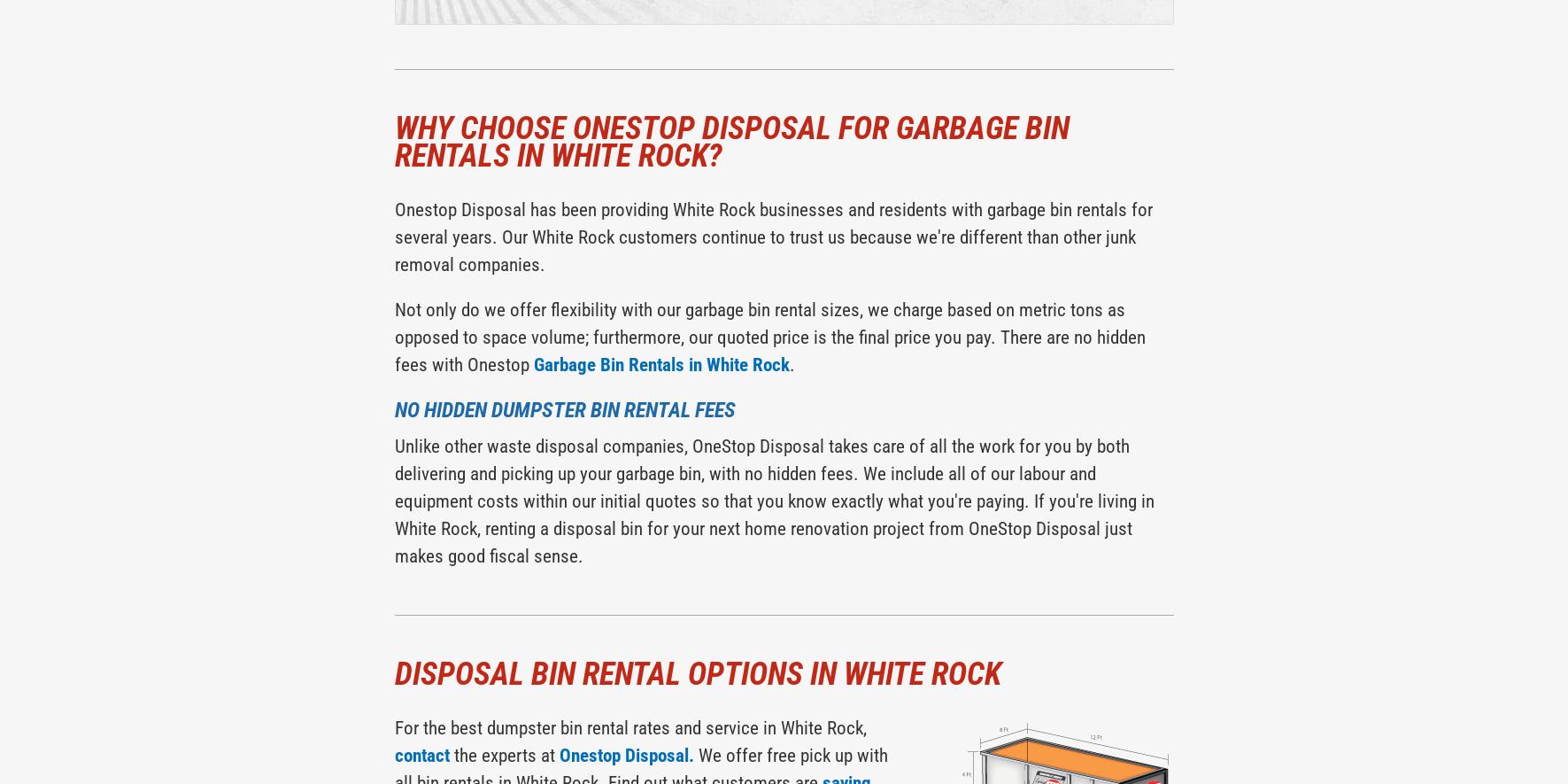  What do you see at coordinates (394, 754) in the screenshot?
I see `'contact'` at bounding box center [394, 754].